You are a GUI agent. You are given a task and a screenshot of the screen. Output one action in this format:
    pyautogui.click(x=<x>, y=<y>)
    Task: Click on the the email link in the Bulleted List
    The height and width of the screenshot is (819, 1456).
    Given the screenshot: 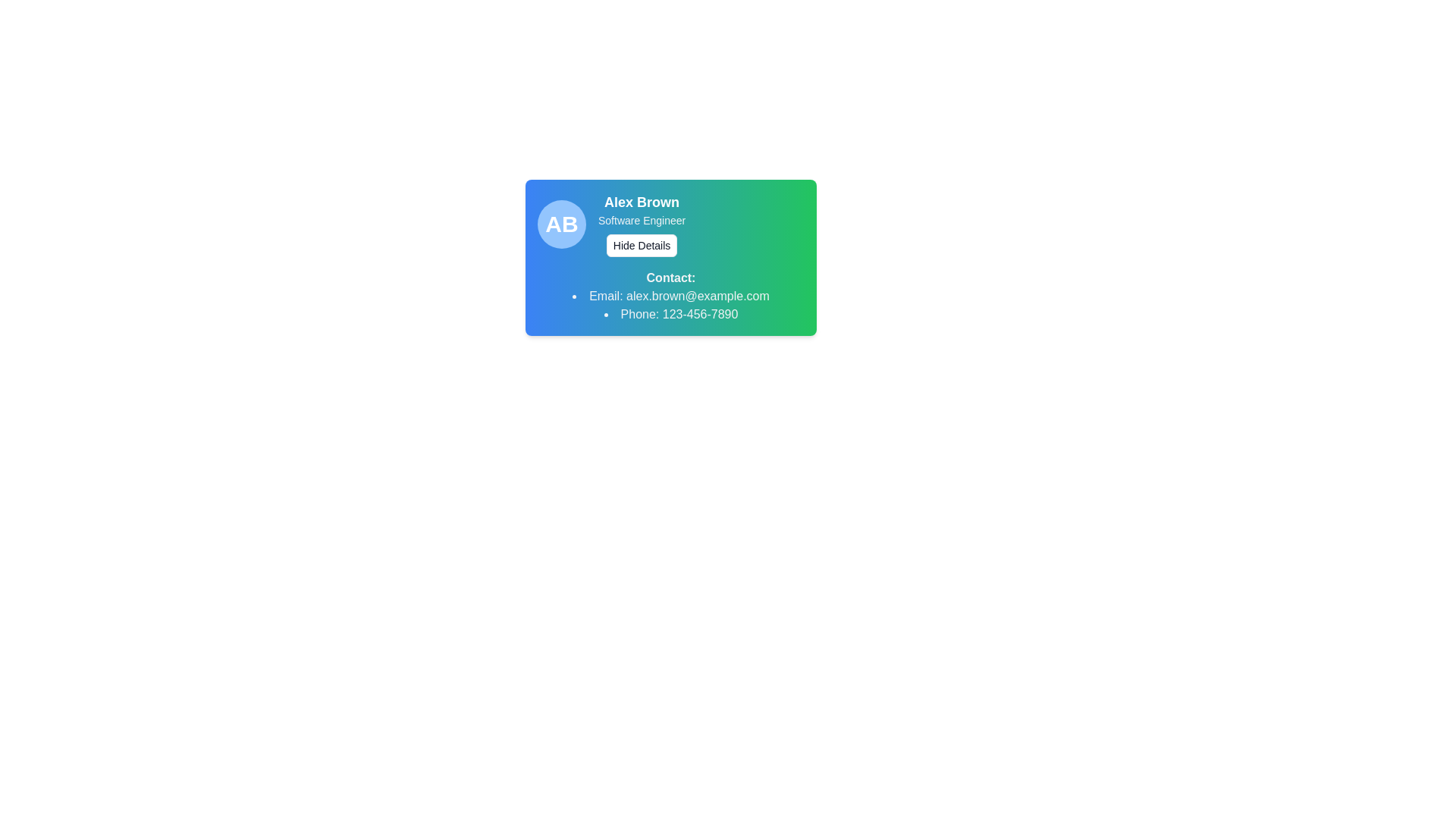 What is the action you would take?
    pyautogui.click(x=670, y=305)
    